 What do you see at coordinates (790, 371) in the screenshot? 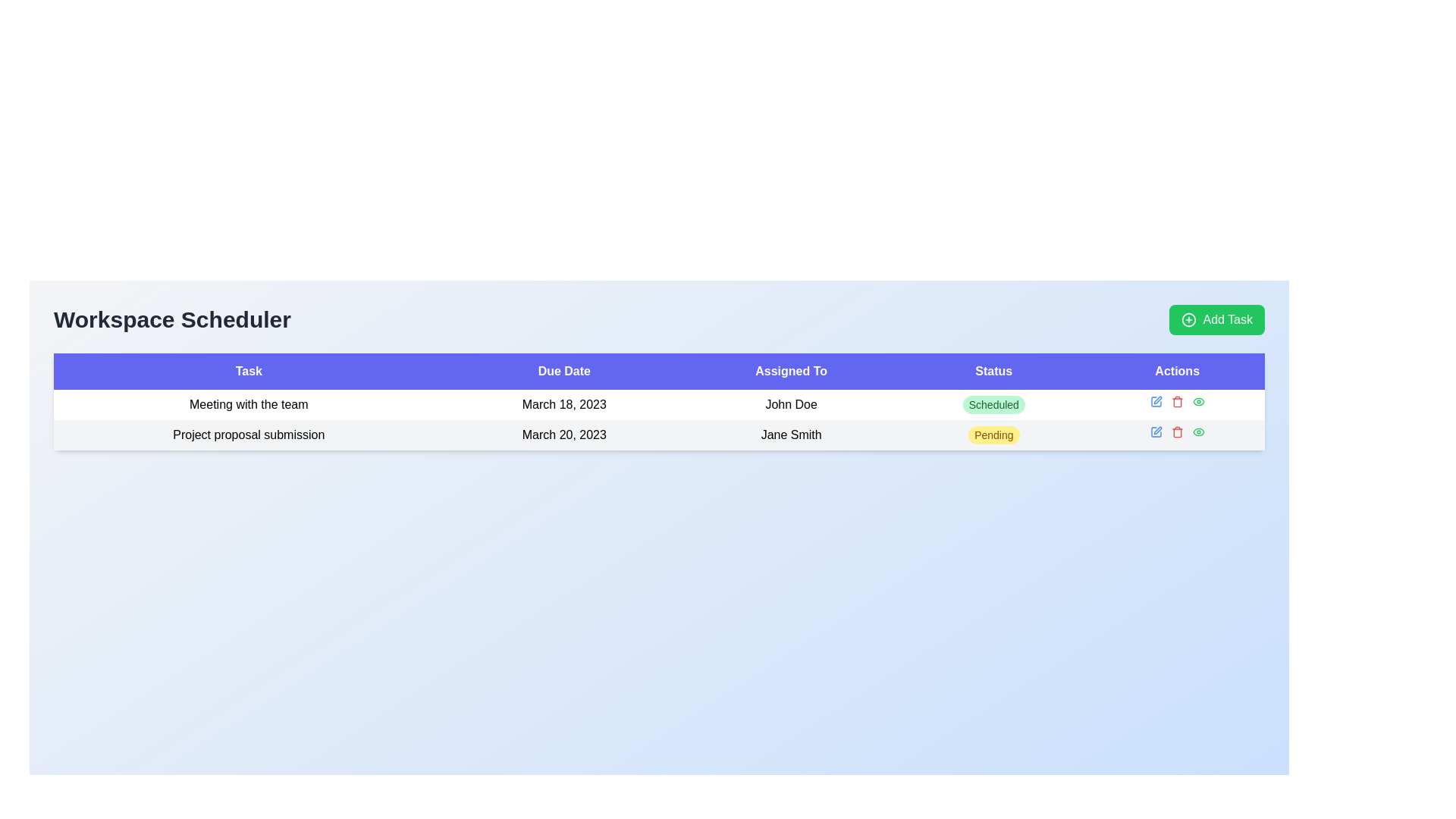
I see `the 'Assigned To' column header label in the data table, which is the third column header located between the 'Due Date' and 'Status' headers` at bounding box center [790, 371].